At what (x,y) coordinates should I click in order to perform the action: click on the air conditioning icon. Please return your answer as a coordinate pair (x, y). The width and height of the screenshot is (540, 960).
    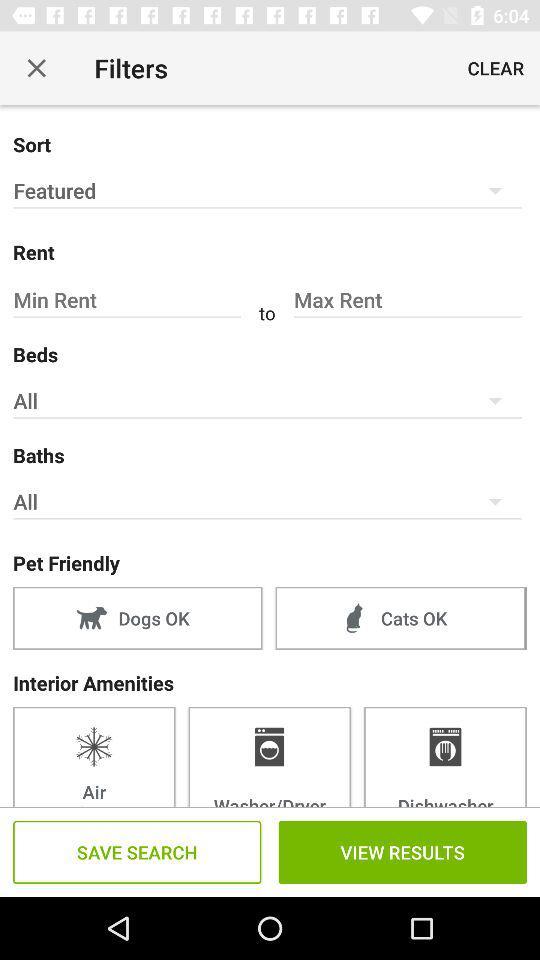
    Looking at the image, I should click on (93, 755).